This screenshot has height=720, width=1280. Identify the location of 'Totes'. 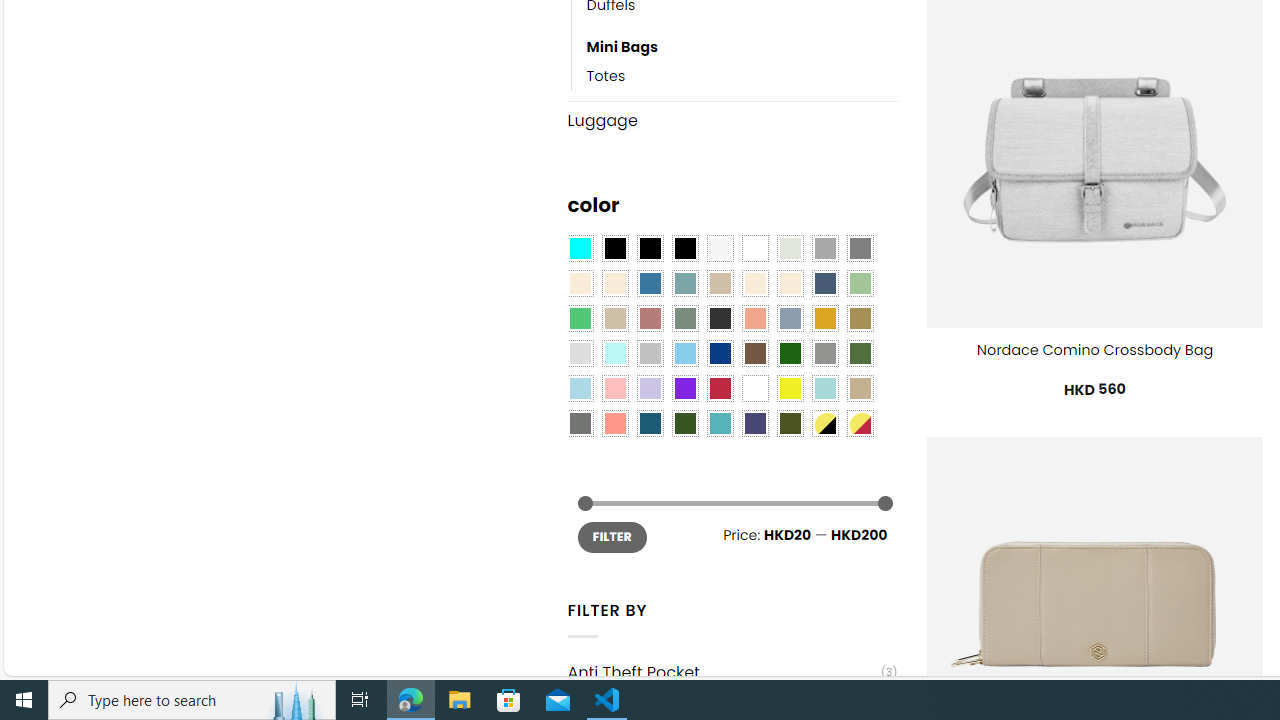
(741, 76).